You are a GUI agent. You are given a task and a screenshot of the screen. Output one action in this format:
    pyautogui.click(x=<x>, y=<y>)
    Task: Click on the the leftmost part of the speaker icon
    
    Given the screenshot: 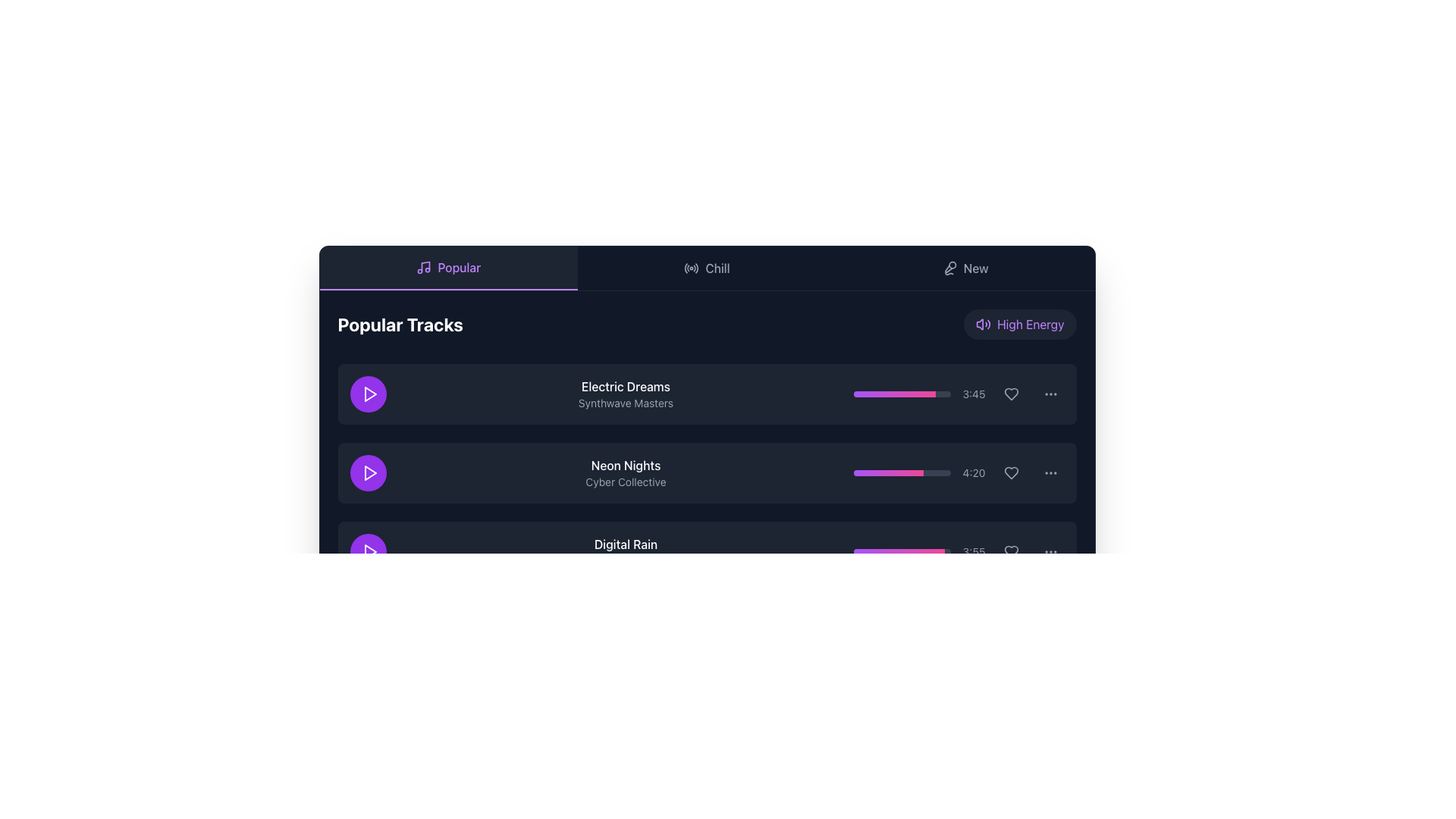 What is the action you would take?
    pyautogui.click(x=980, y=324)
    